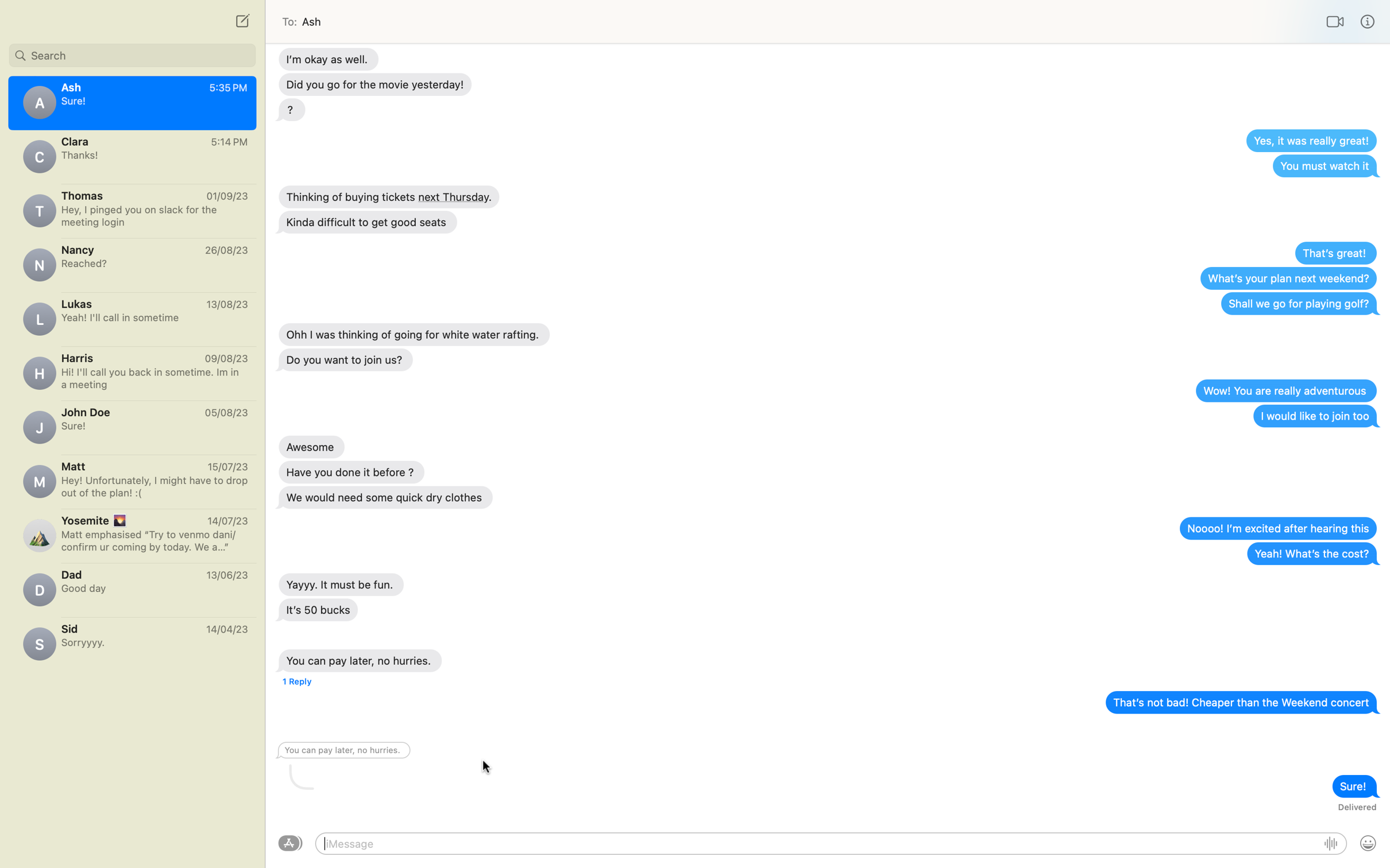  I want to click on a new messaging thread with Chris, so click(241, 20).